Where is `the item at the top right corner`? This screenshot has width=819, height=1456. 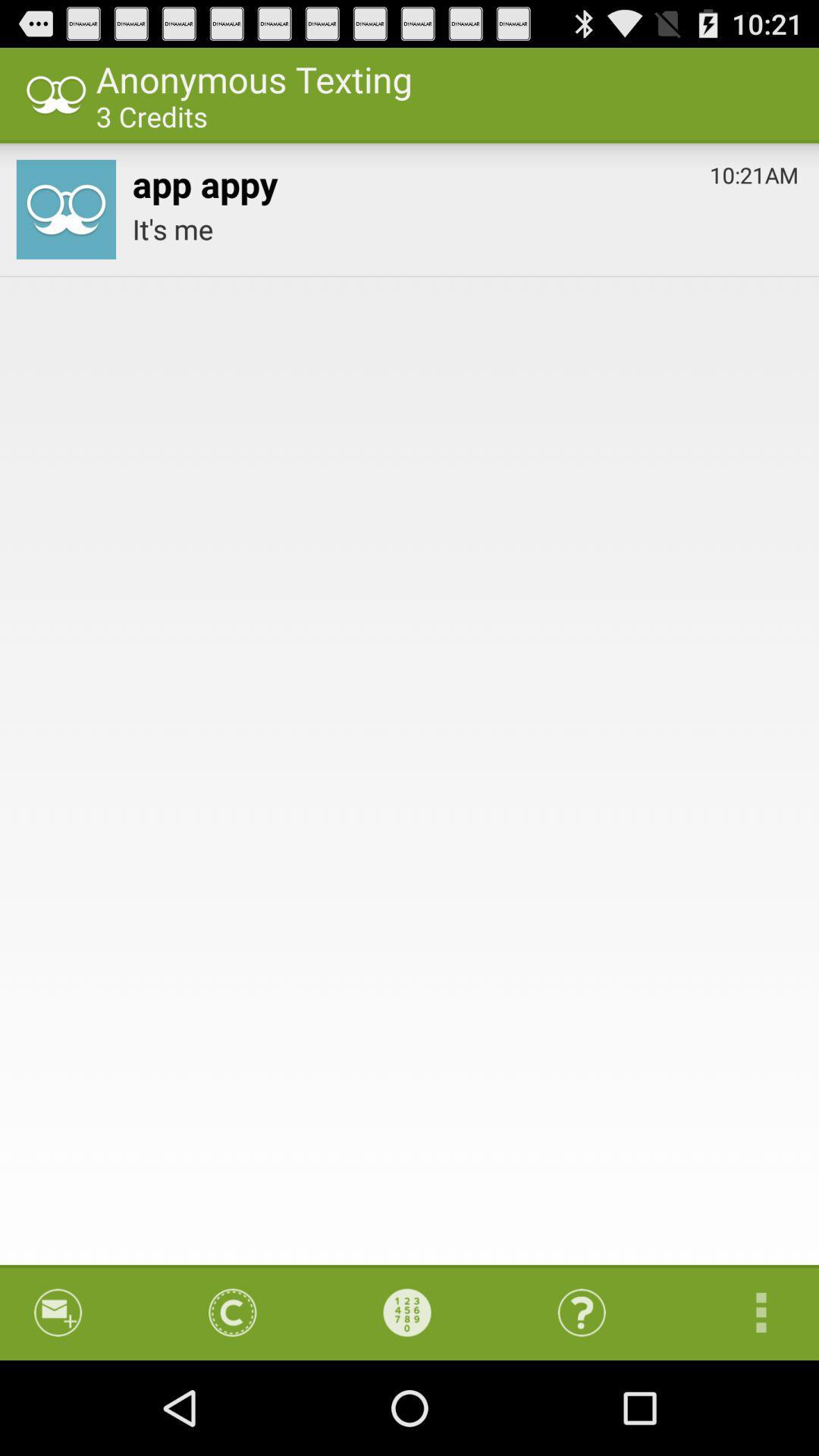 the item at the top right corner is located at coordinates (754, 171).